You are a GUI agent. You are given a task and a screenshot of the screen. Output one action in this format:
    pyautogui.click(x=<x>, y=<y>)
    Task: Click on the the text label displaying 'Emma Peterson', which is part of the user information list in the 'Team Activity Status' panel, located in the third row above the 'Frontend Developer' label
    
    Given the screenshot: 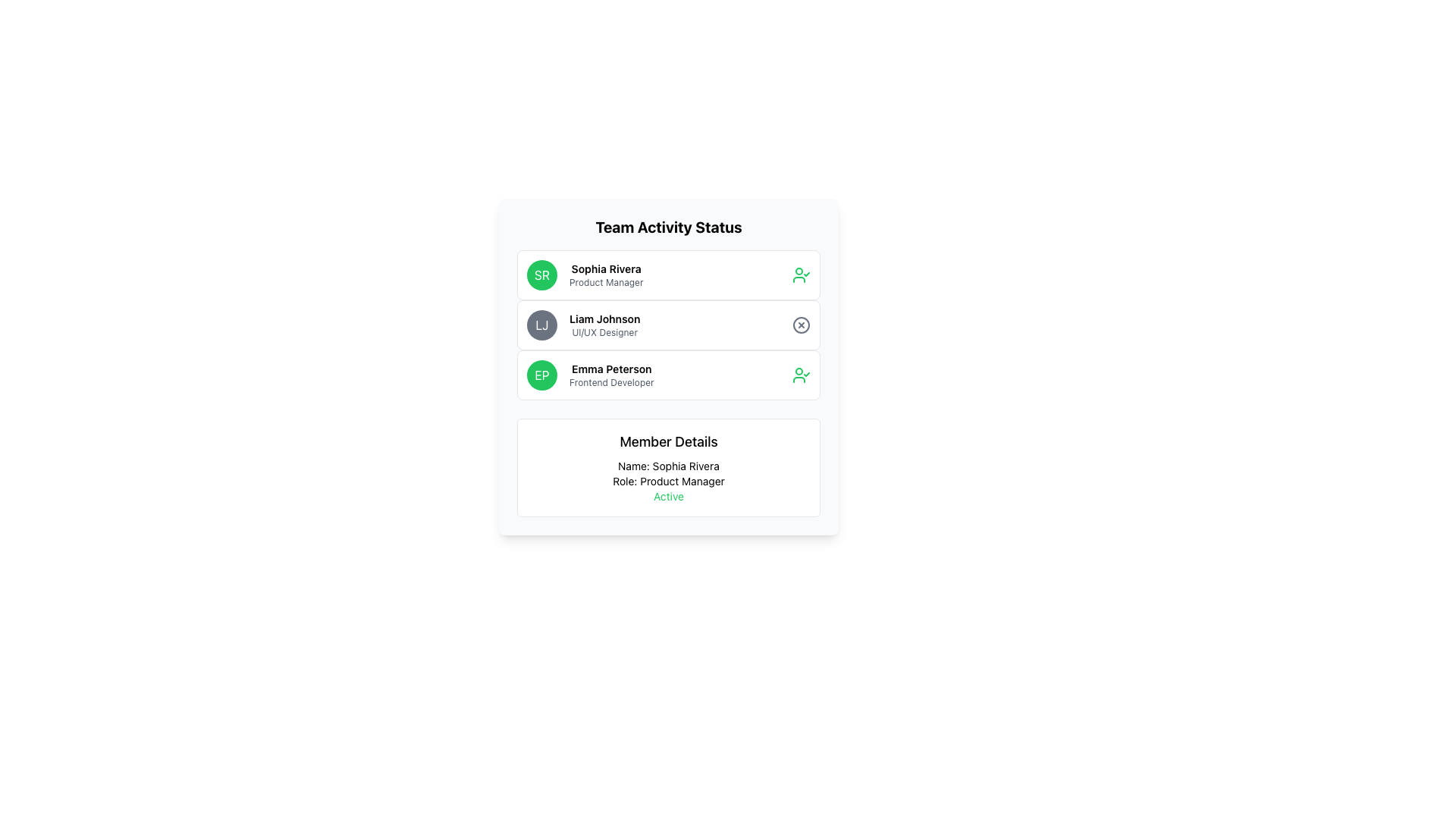 What is the action you would take?
    pyautogui.click(x=611, y=369)
    